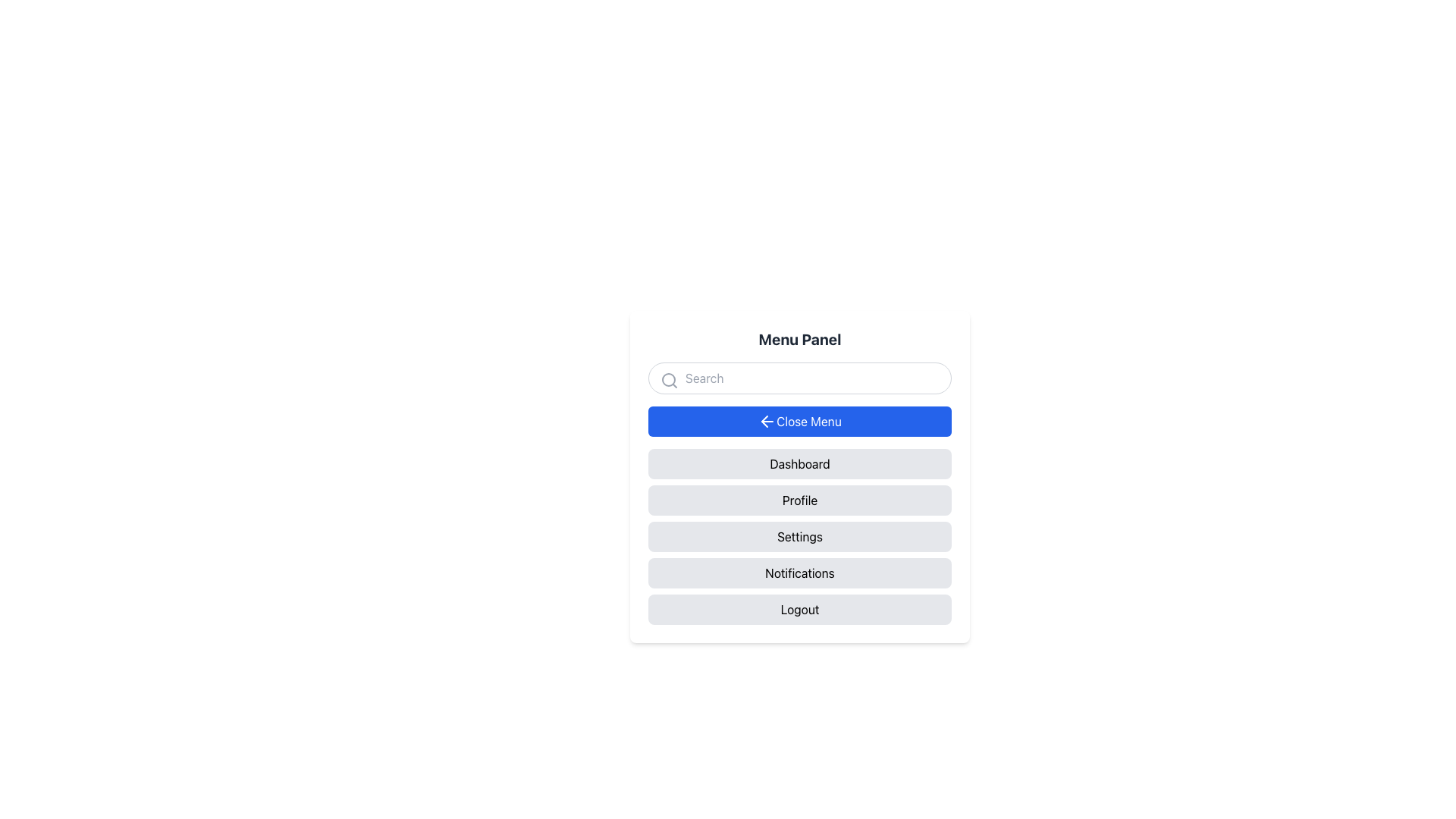  Describe the element at coordinates (799, 608) in the screenshot. I see `the 'Logout' button located at the bottom of the vertical list of buttons to change its background color` at that location.